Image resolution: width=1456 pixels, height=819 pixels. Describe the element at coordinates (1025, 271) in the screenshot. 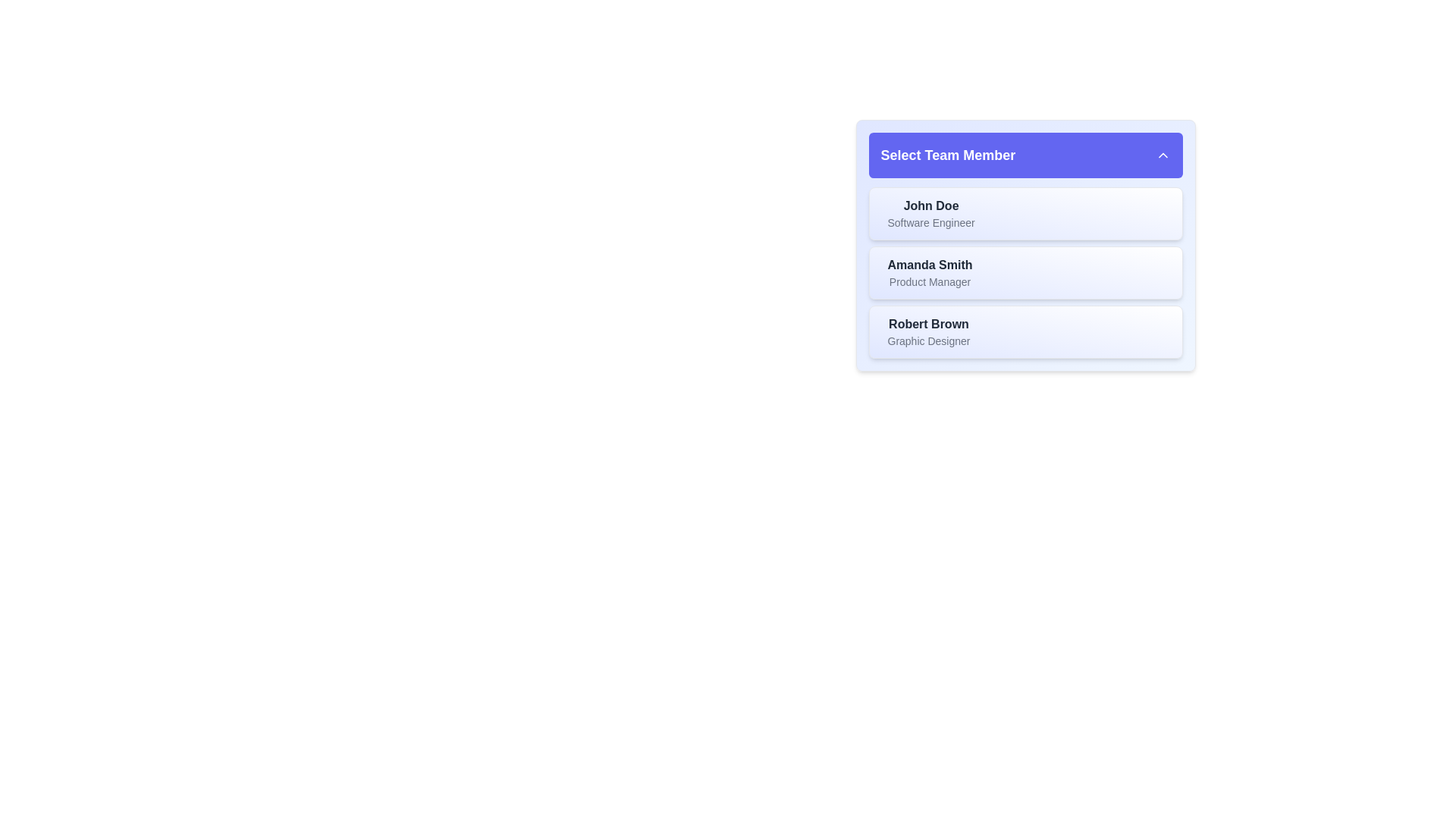

I see `the list item labeled 'Amanda Smith', who is a Product Manager` at that location.